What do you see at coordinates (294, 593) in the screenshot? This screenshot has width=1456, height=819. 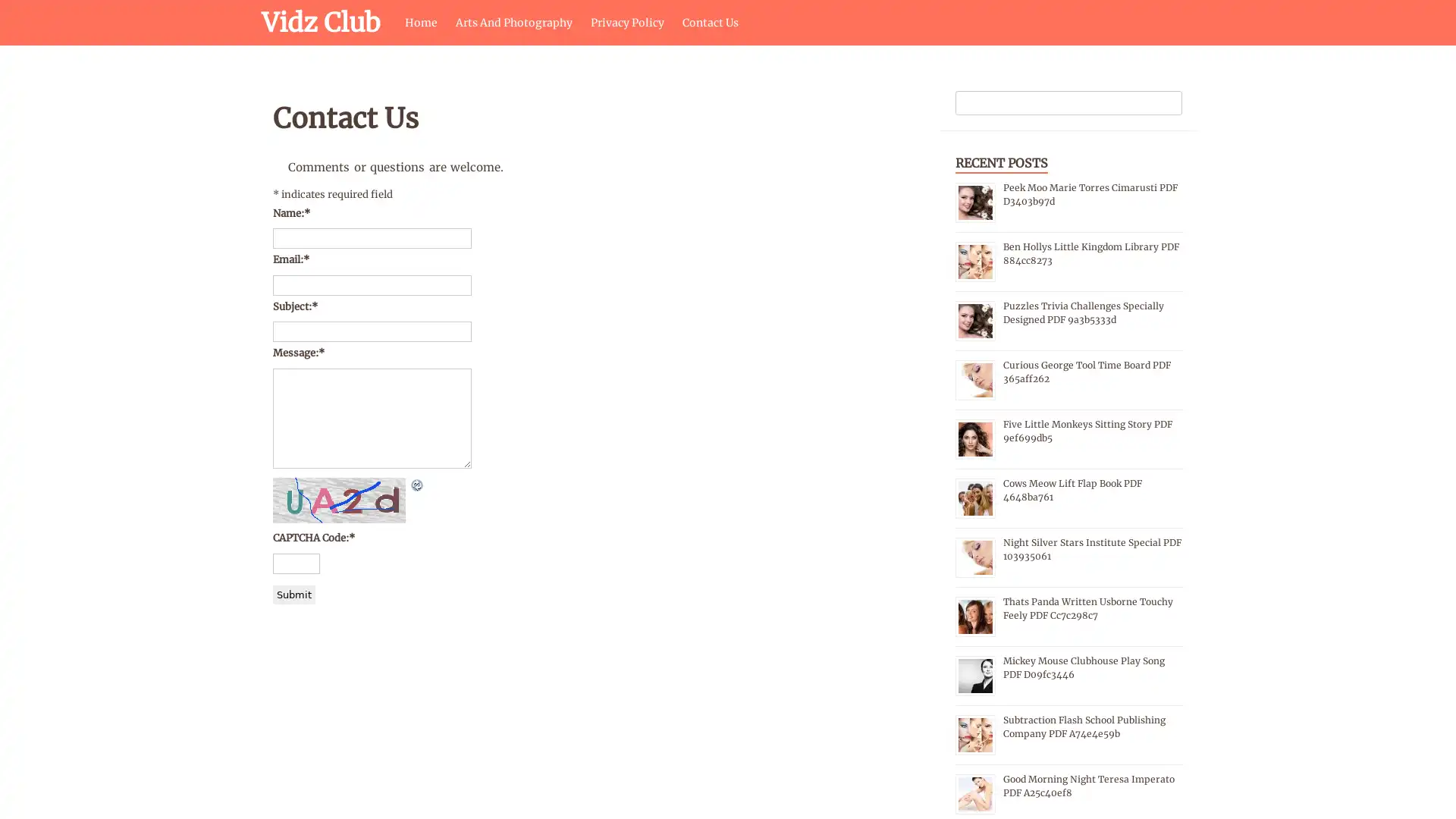 I see `Submit` at bounding box center [294, 593].